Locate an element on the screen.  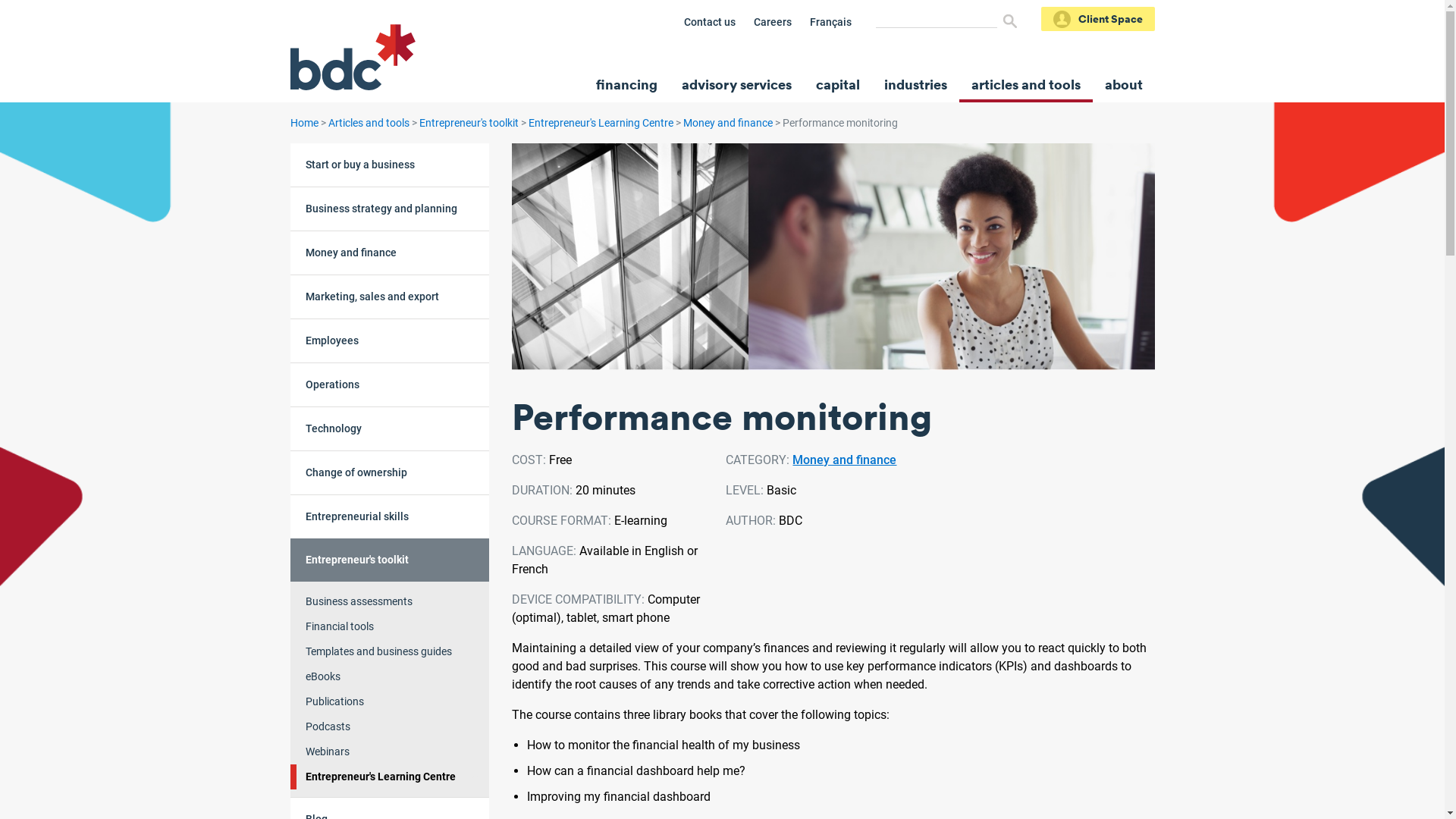
'Webinars' is located at coordinates (389, 752).